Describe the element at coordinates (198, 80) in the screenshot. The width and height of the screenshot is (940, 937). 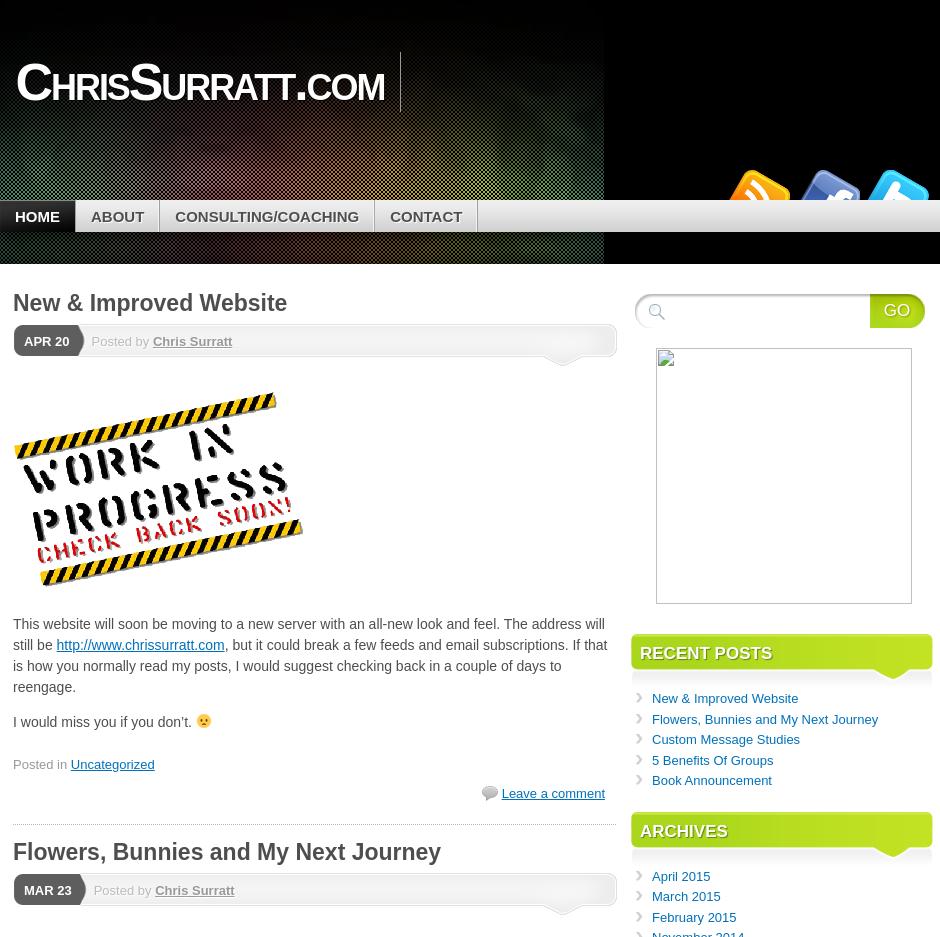
I see `'ChrisSurratt.com'` at that location.